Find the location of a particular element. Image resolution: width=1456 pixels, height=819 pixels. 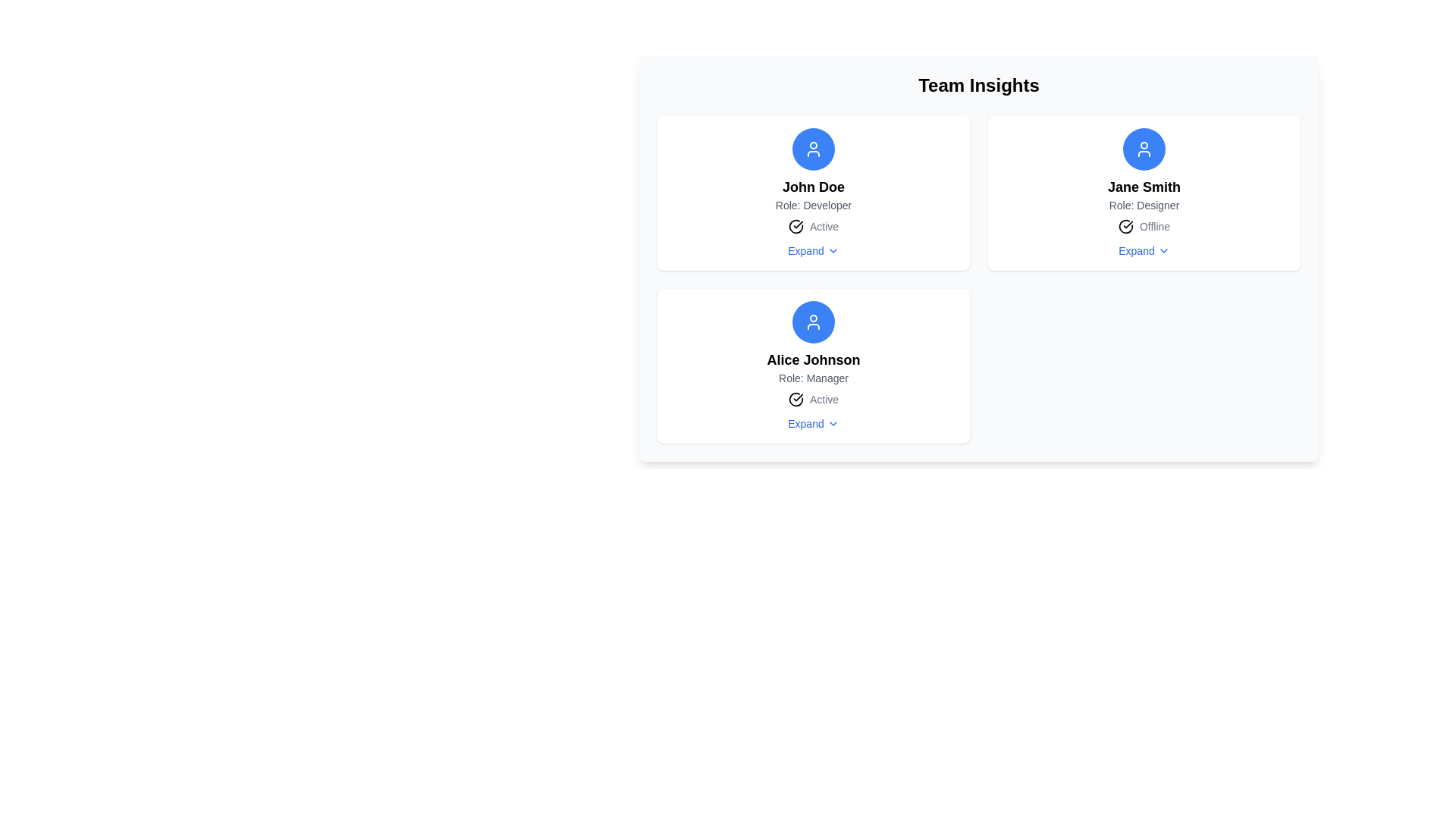

the circular icon with a checkmark inside, located to the left of the 'Active' text on the 'Alice Johnson' card in the 'Team Insights' interface is located at coordinates (795, 227).